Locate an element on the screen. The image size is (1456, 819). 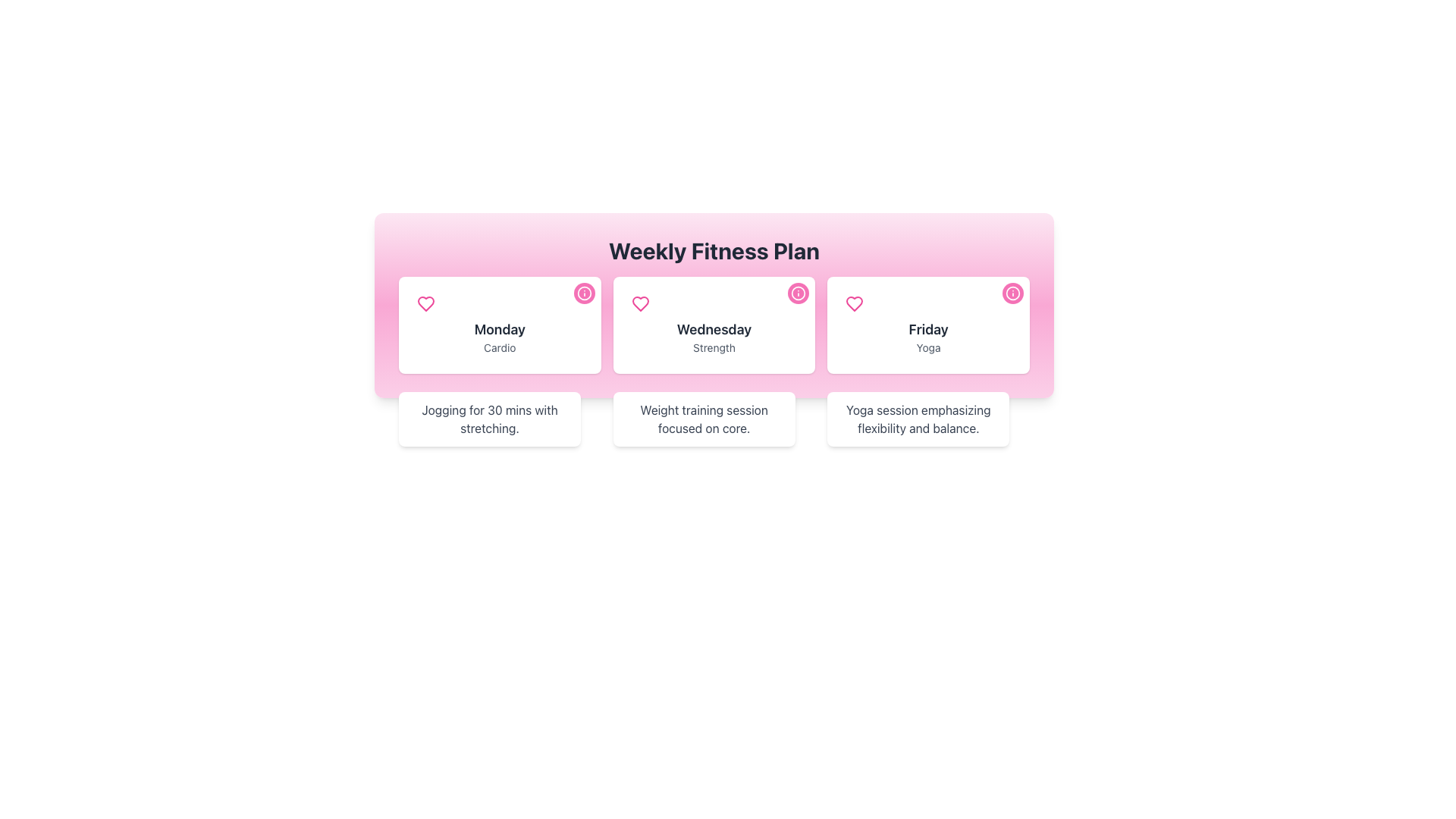
text from the center Text Block that contains 'Weight training session focused on core.' located beneath the 'Wednesday' card in the 'Weekly Fitness Plan' interface is located at coordinates (703, 419).